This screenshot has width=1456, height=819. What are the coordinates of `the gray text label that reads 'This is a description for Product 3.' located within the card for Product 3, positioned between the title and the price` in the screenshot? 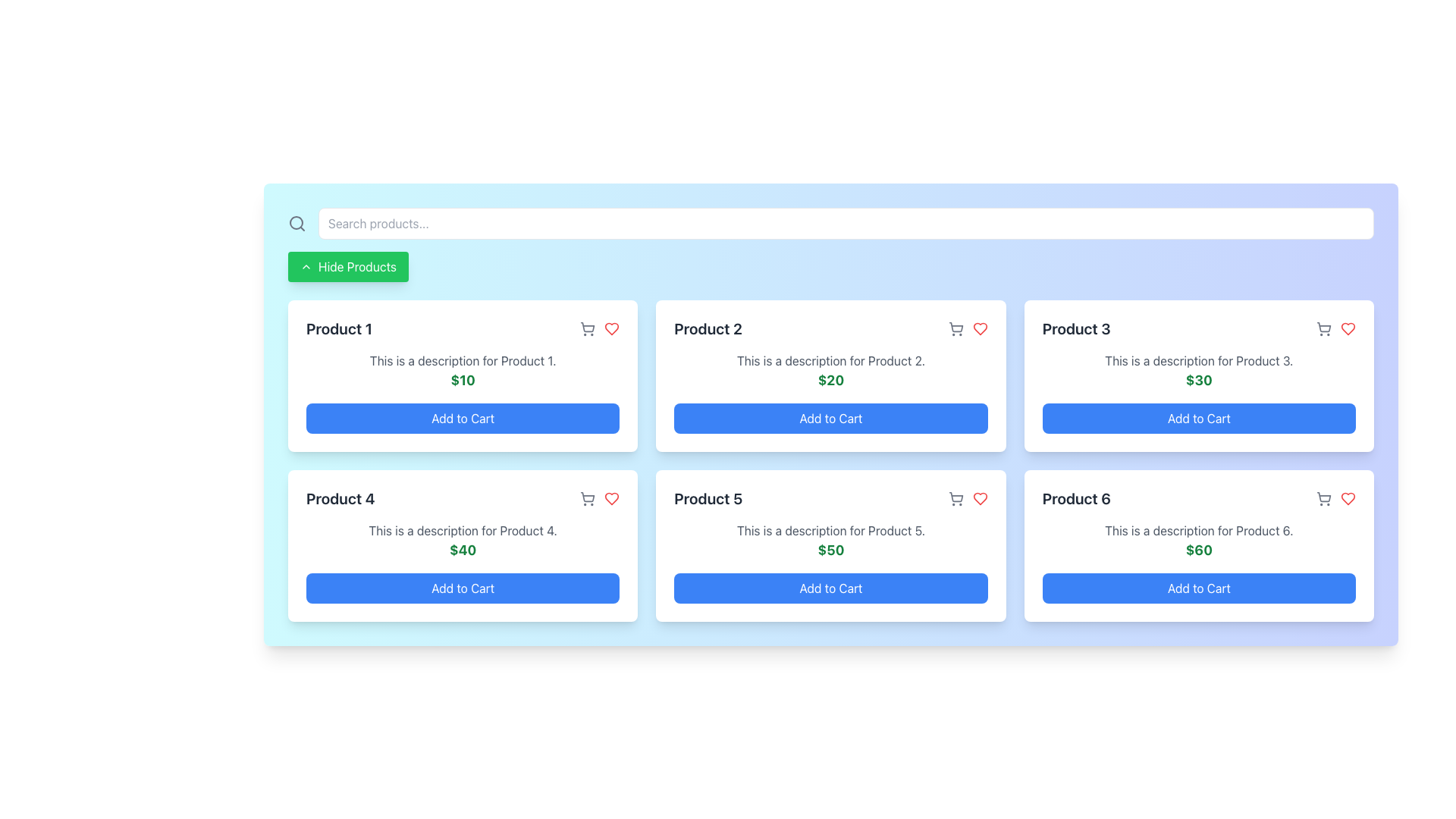 It's located at (1198, 360).